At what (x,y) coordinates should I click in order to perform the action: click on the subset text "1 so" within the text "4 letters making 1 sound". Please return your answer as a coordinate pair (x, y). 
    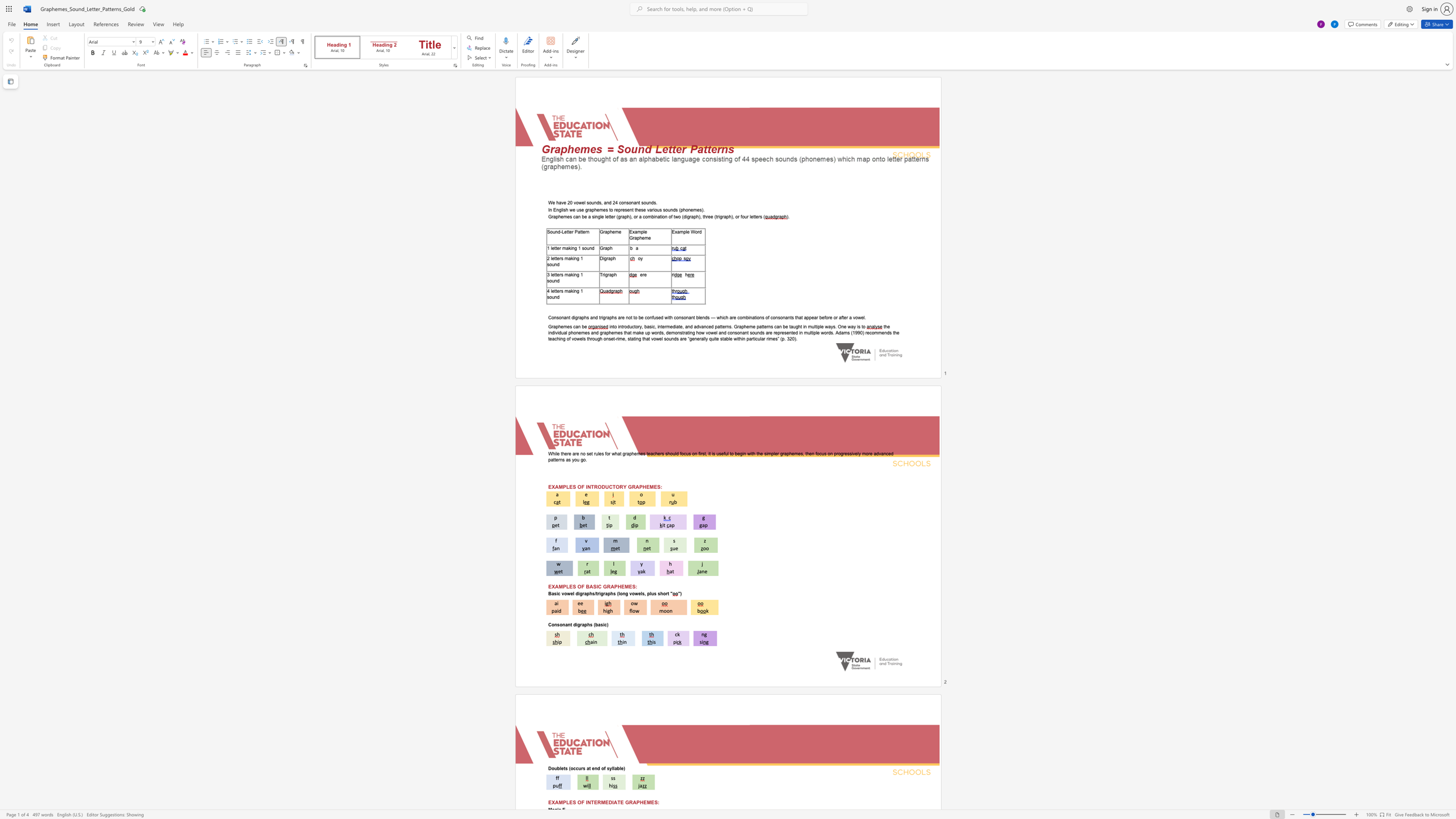
    Looking at the image, I should click on (580, 290).